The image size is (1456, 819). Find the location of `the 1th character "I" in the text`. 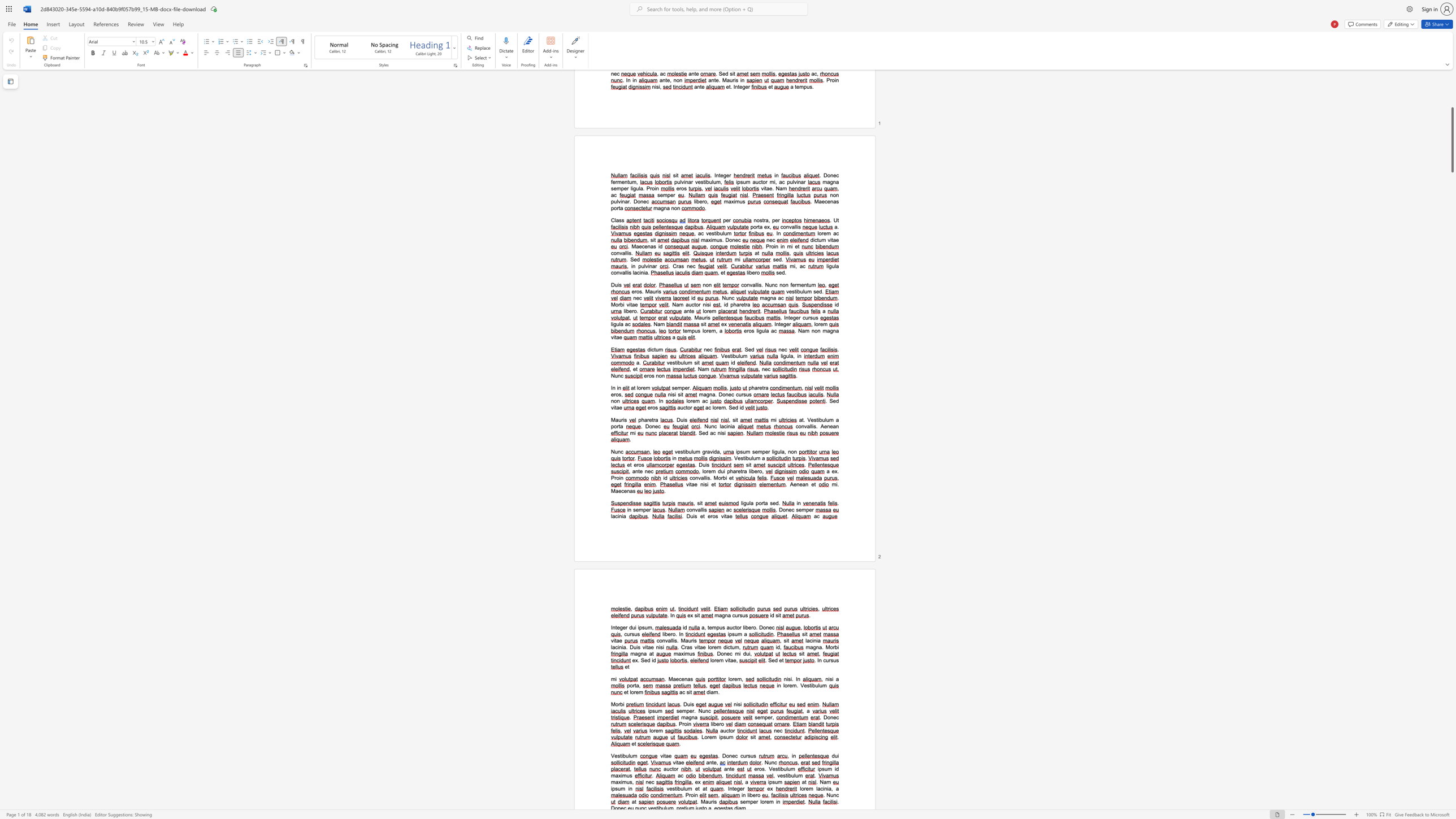

the 1th character "I" in the text is located at coordinates (611, 627).